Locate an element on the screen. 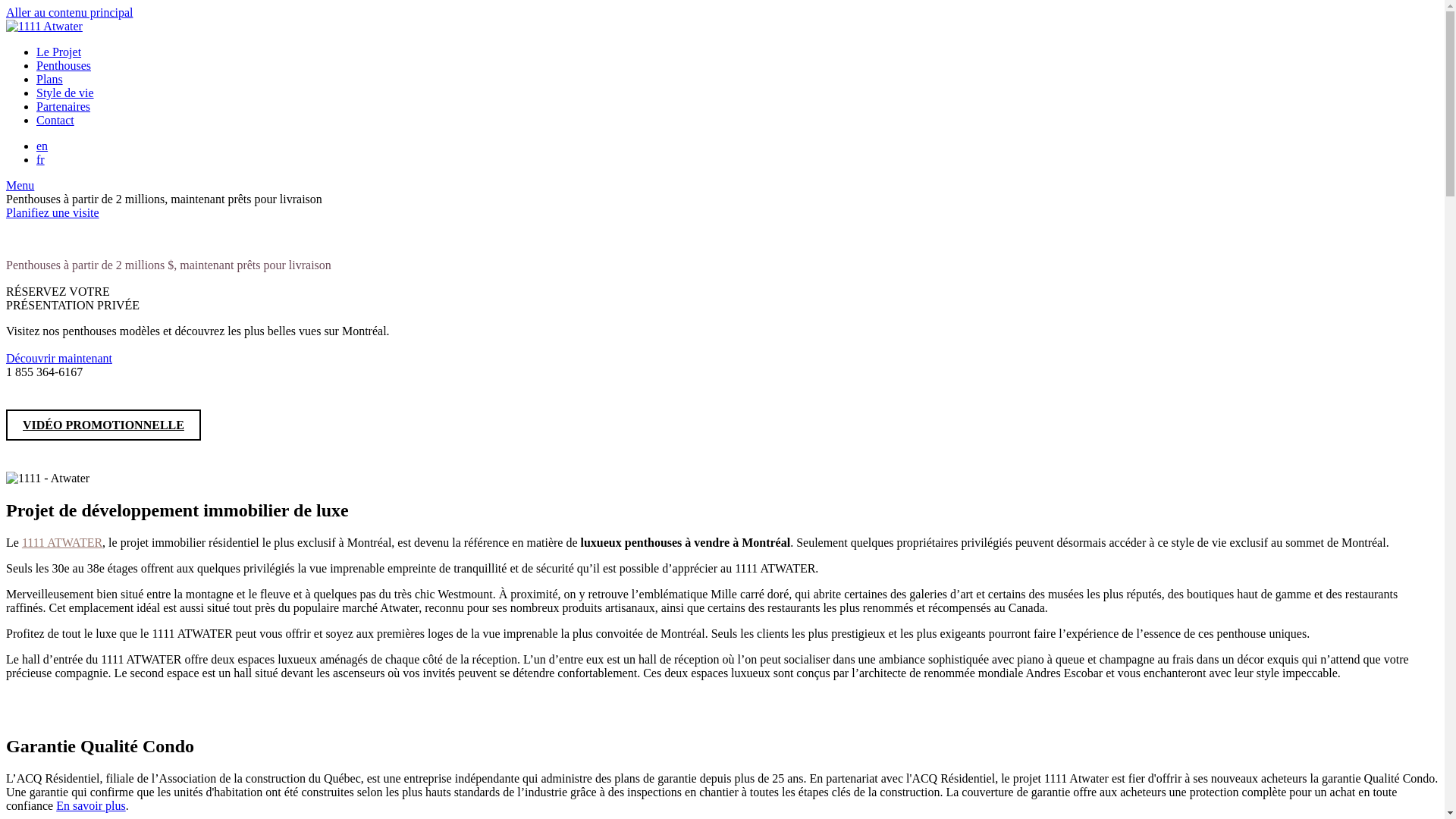 This screenshot has width=1456, height=819. 'En savoir plus' is located at coordinates (90, 805).